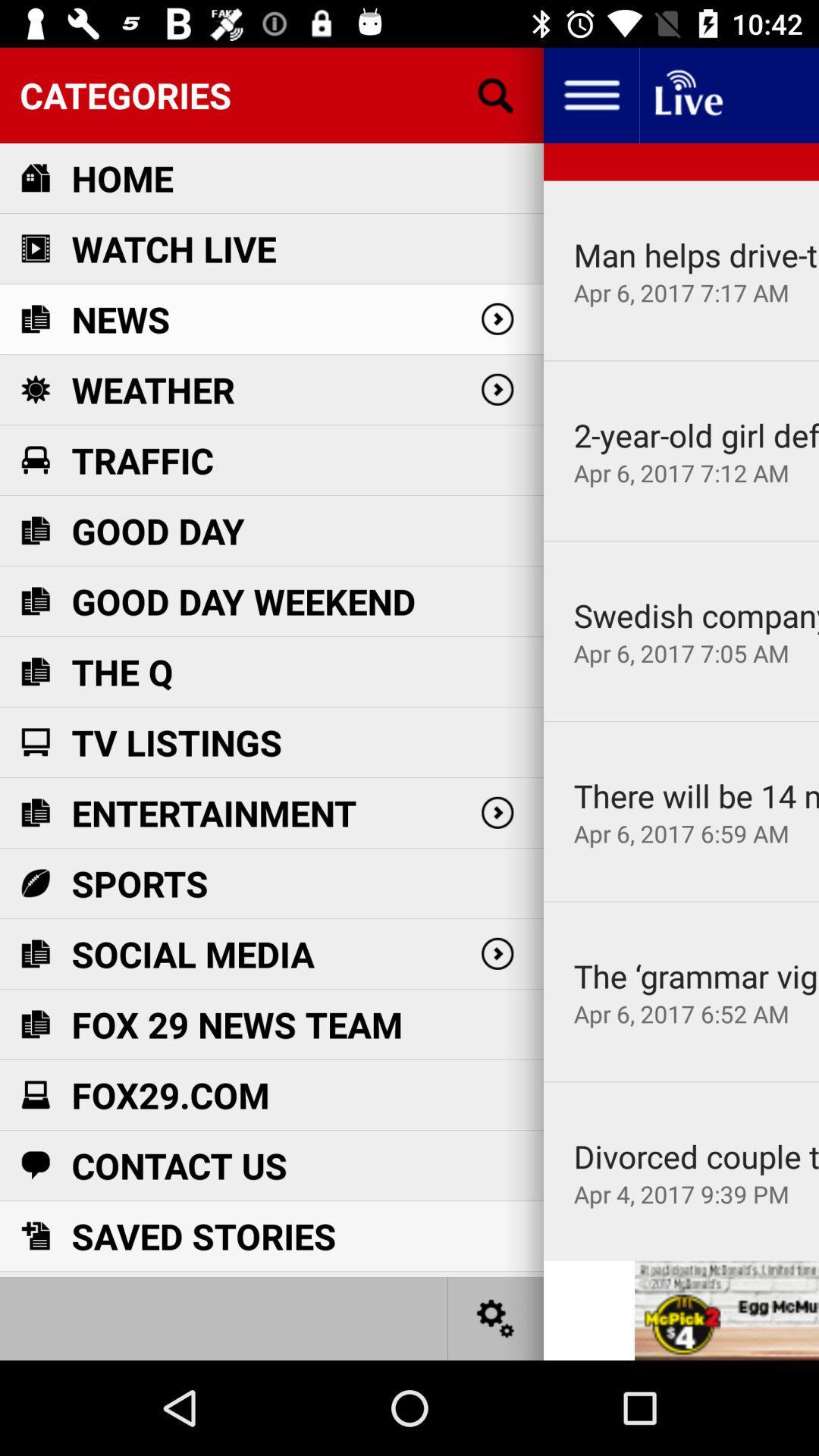 The height and width of the screenshot is (1456, 819). What do you see at coordinates (496, 1317) in the screenshot?
I see `the settings icon` at bounding box center [496, 1317].